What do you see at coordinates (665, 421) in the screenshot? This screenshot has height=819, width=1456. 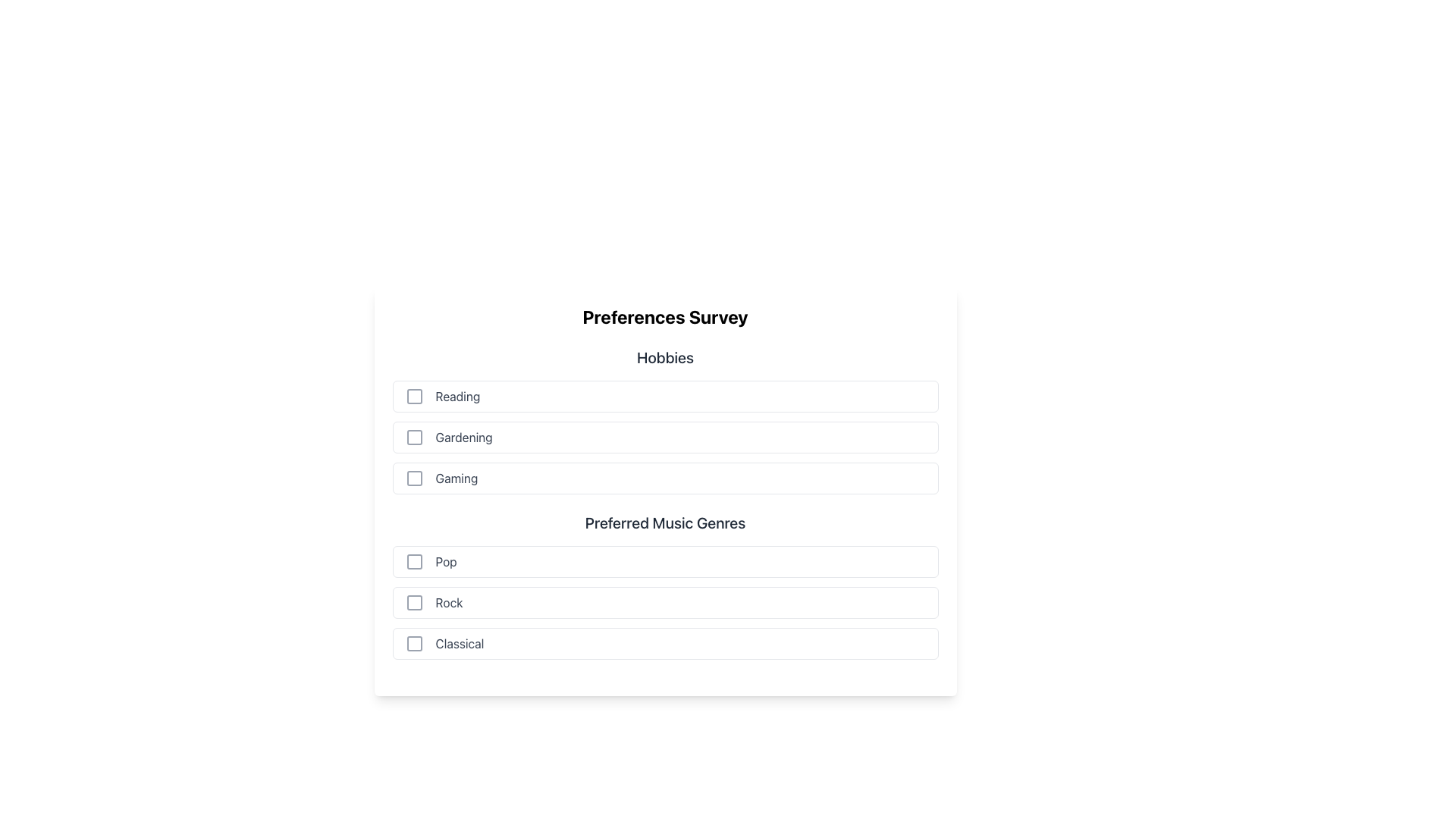 I see `the checkboxes in the 'Hobbies' section` at bounding box center [665, 421].